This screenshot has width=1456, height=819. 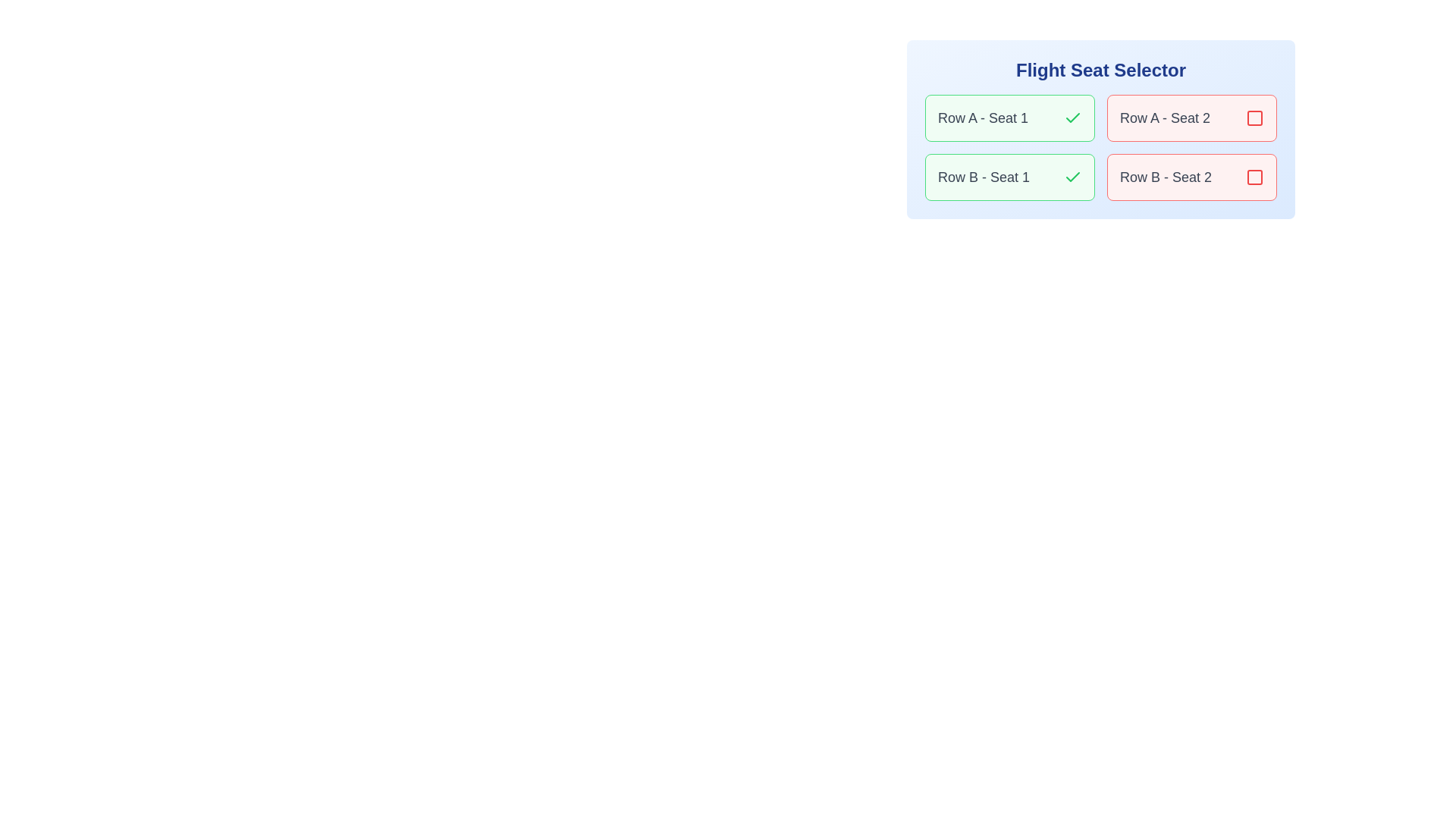 I want to click on the red square button with a rounded border located in the 'Row A - Seat 2' box, so click(x=1255, y=117).